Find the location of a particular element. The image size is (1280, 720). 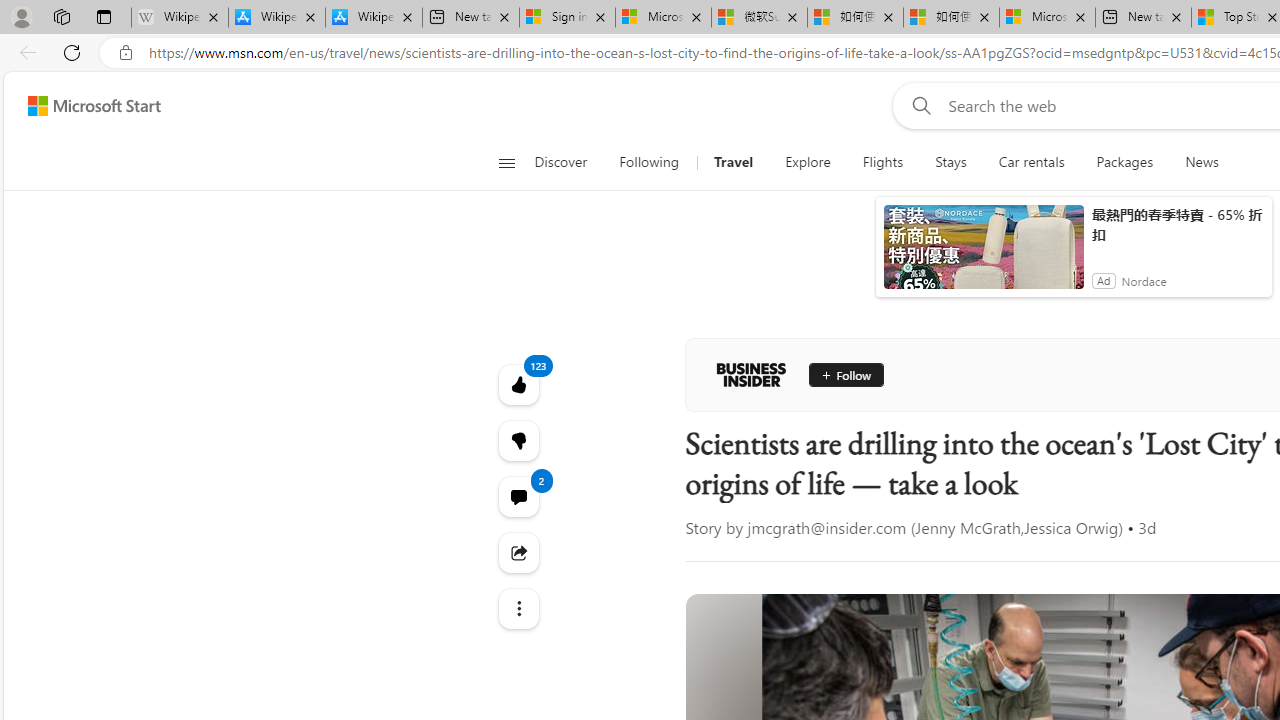

'123 Like' is located at coordinates (518, 384).